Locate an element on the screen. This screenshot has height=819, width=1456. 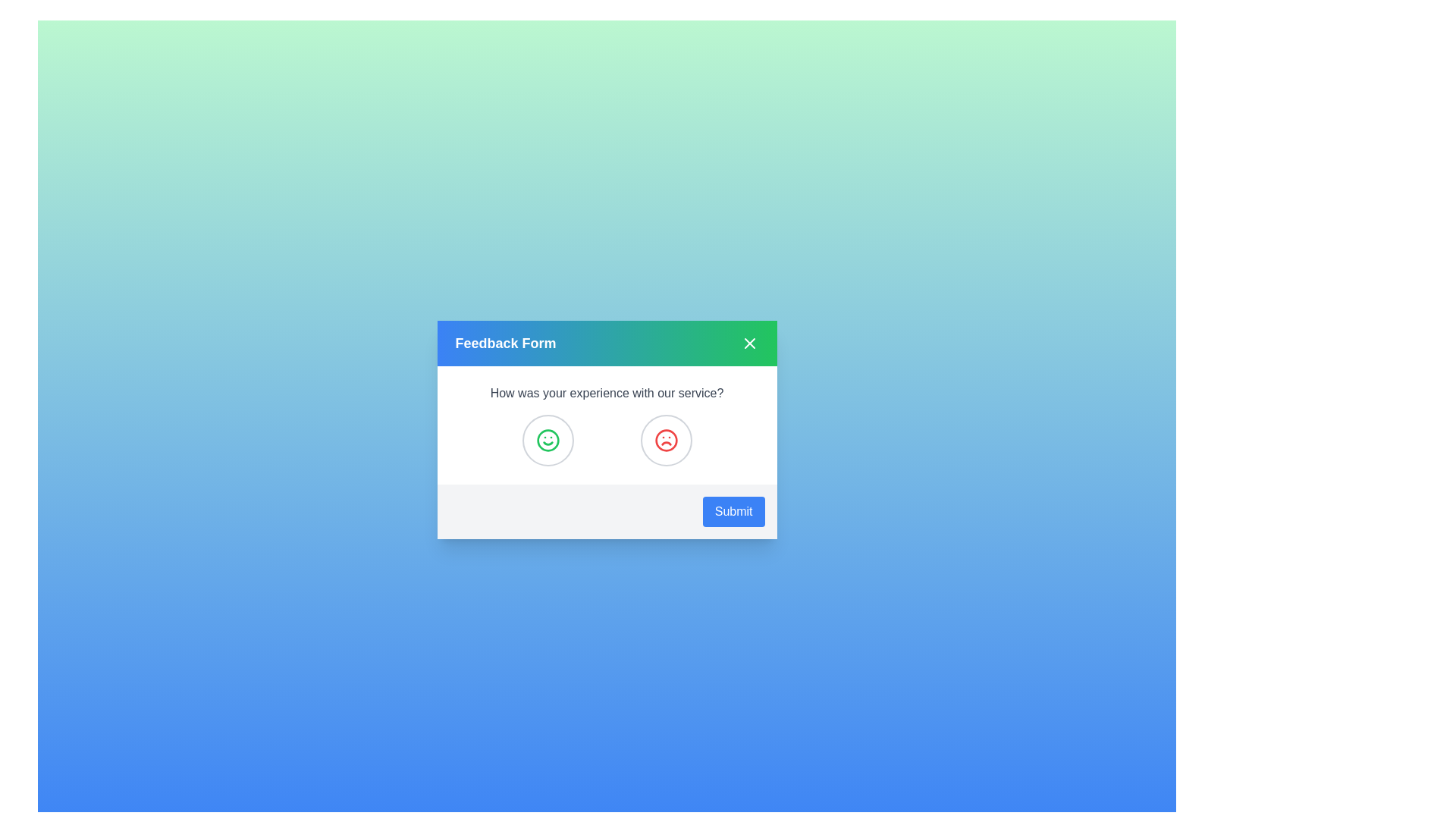
the submit button to submit the feedback is located at coordinates (733, 512).